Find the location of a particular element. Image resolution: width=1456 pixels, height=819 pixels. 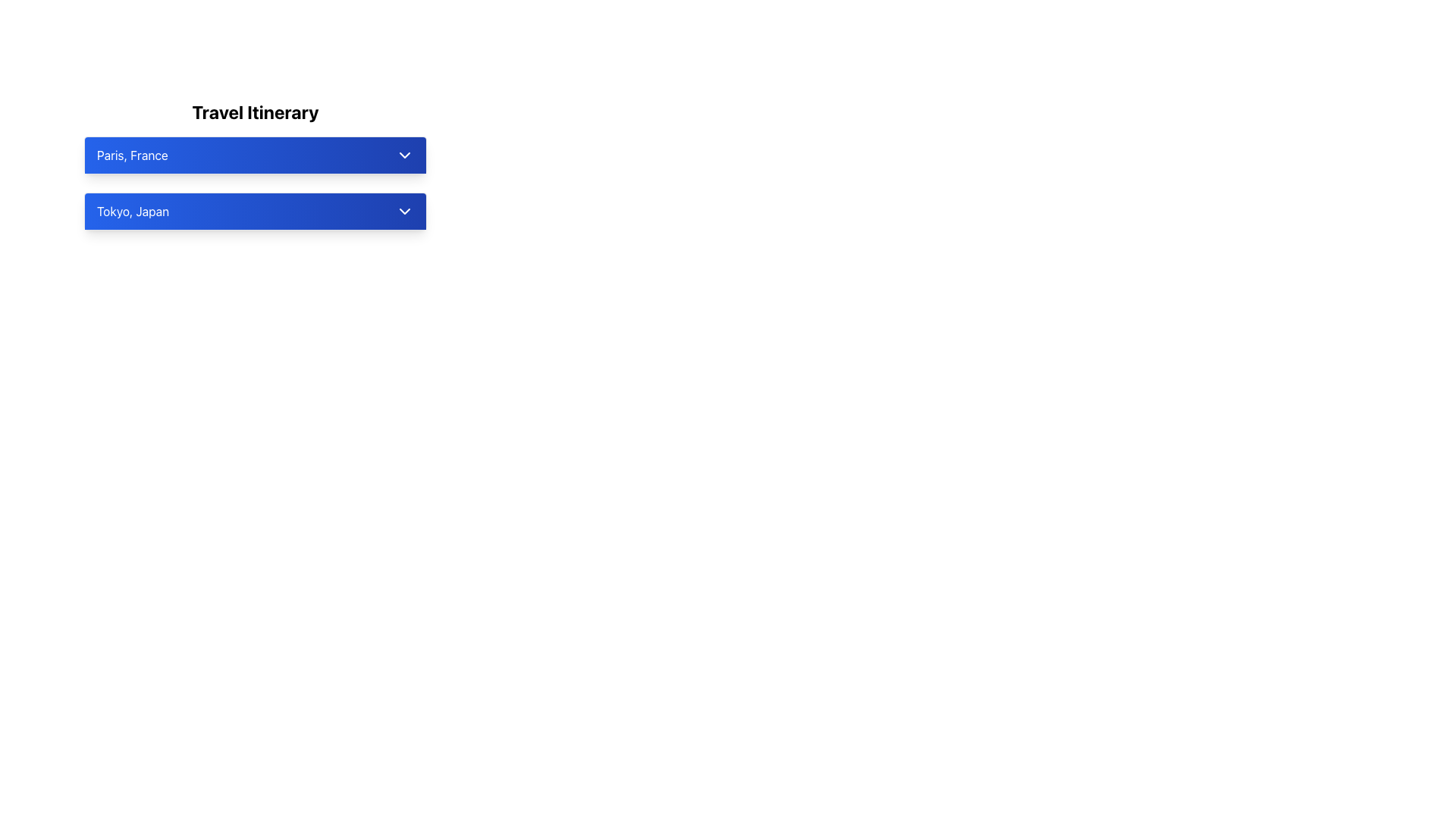

the Dropdown selector button labeled 'Paris, France' is located at coordinates (255, 155).